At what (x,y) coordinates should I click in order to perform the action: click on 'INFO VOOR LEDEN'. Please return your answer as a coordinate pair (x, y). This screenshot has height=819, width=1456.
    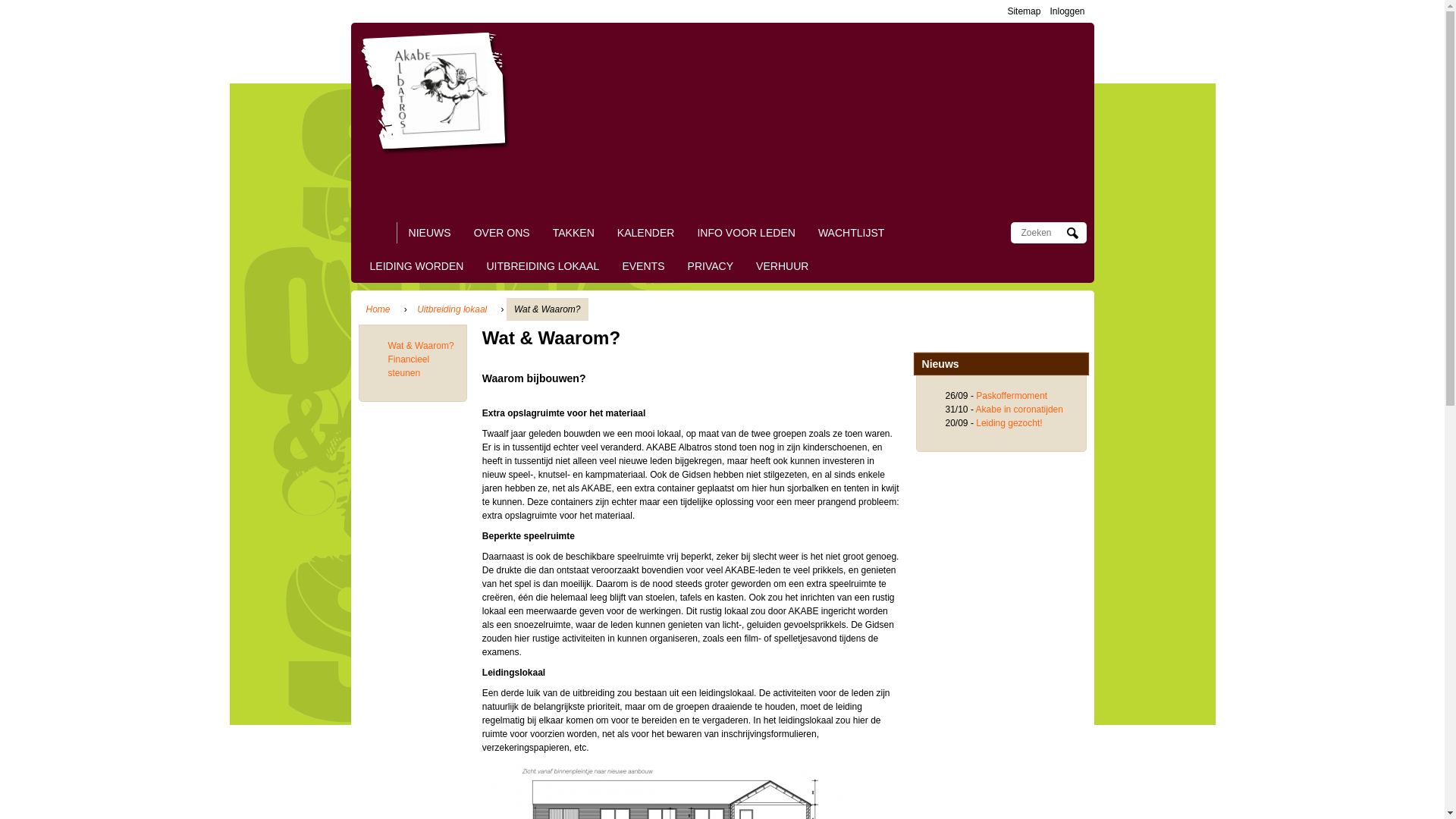
    Looking at the image, I should click on (745, 233).